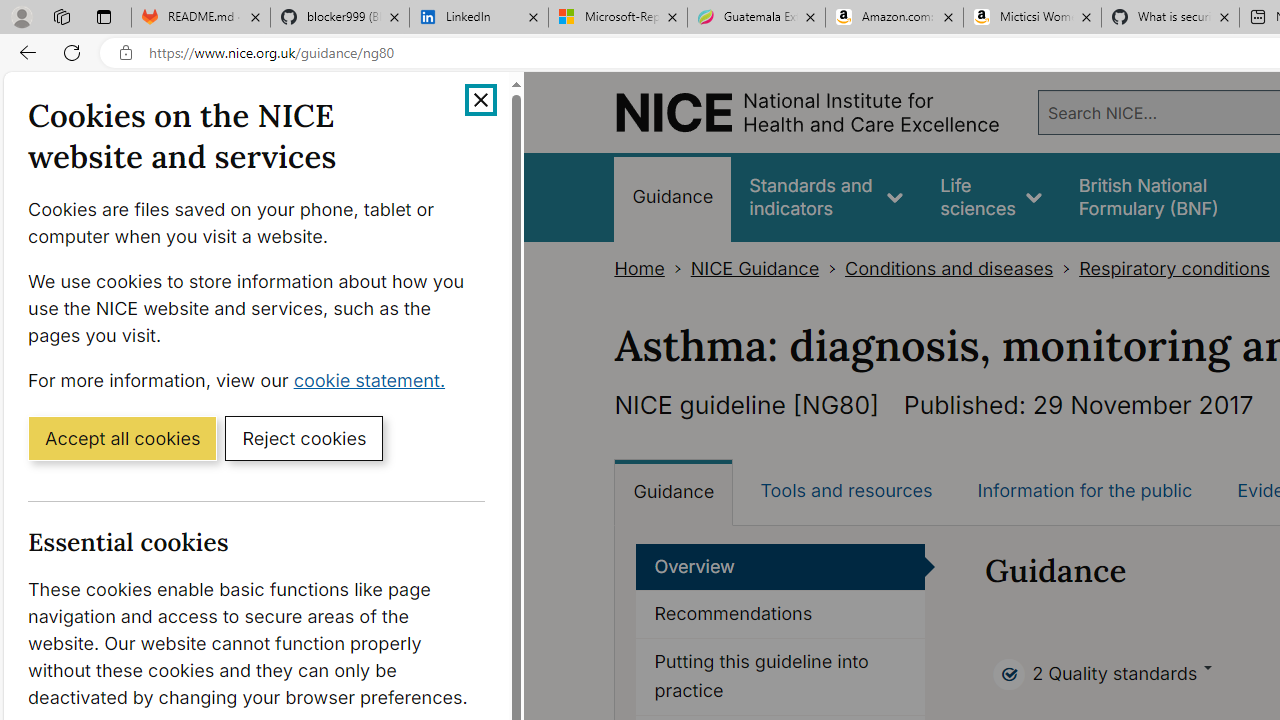 The image size is (1280, 720). What do you see at coordinates (780, 676) in the screenshot?
I see `'Putting this guideline into practice'` at bounding box center [780, 676].